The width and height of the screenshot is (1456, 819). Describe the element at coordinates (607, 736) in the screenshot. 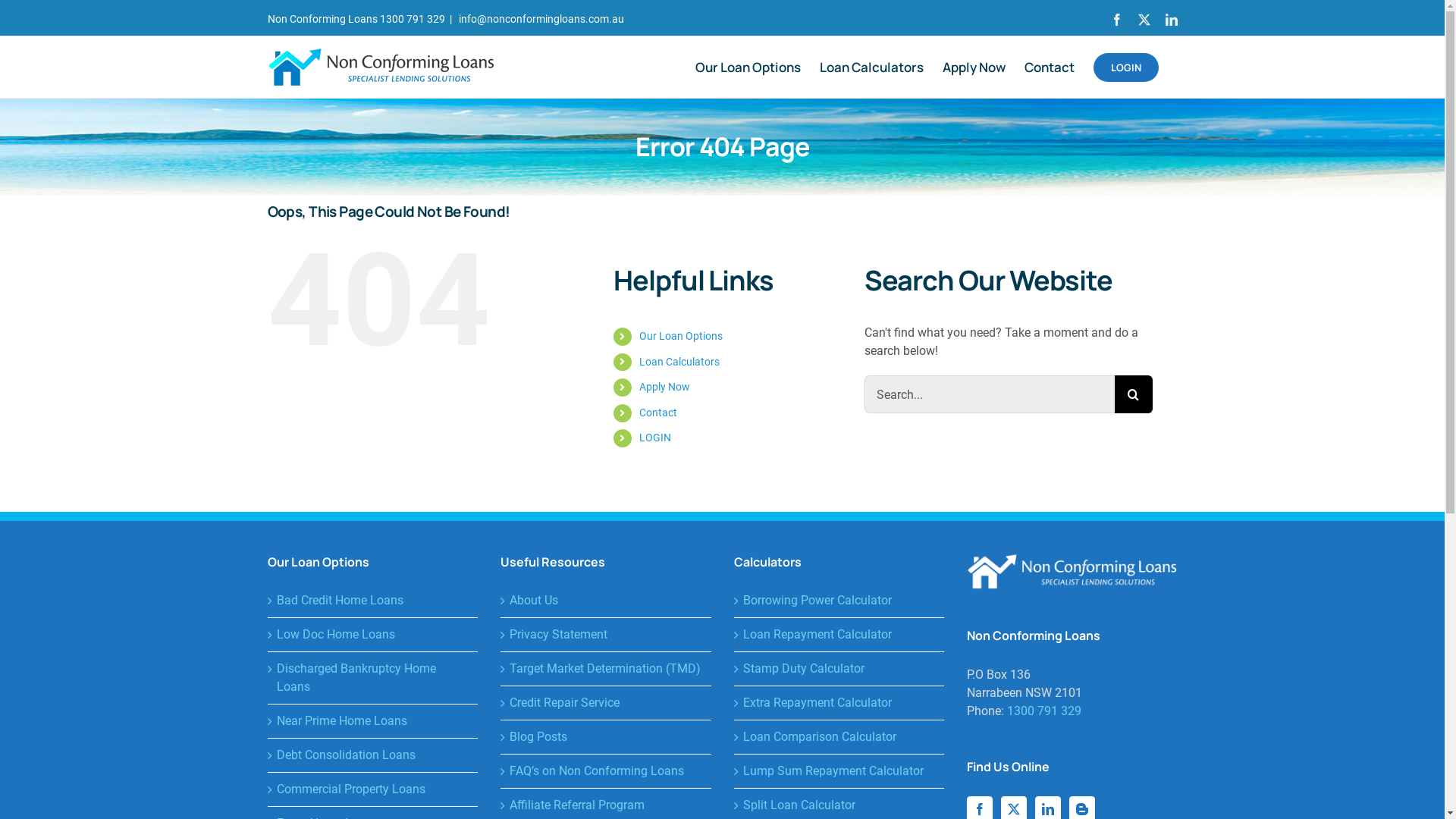

I see `'Blog Posts'` at that location.